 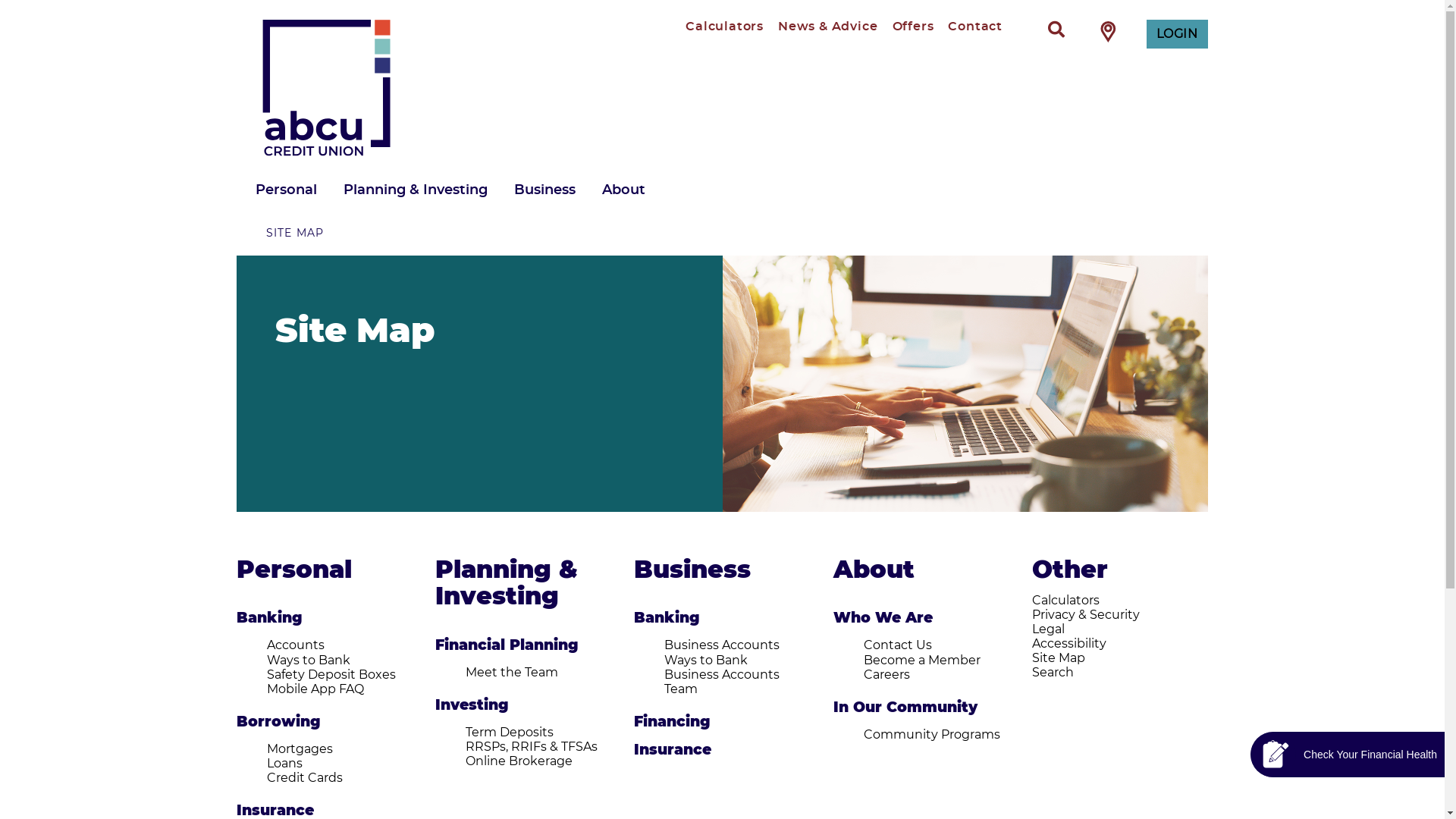 I want to click on 'Accessibility', so click(x=1031, y=643).